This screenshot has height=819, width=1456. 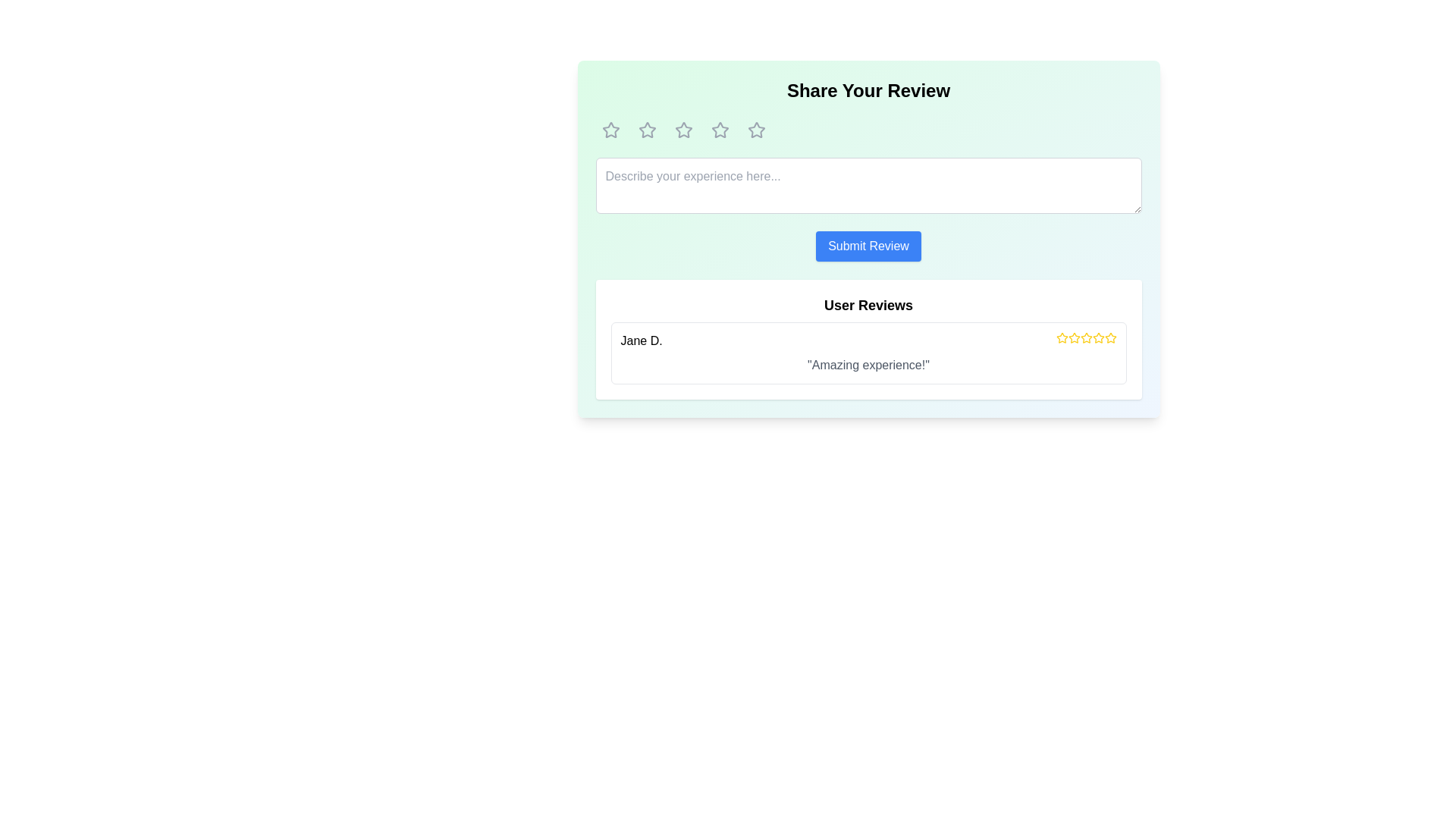 What do you see at coordinates (1073, 337) in the screenshot?
I see `the third rating star, which is styled with a yellow fill and a thin gray outline, to interact with the rating system` at bounding box center [1073, 337].